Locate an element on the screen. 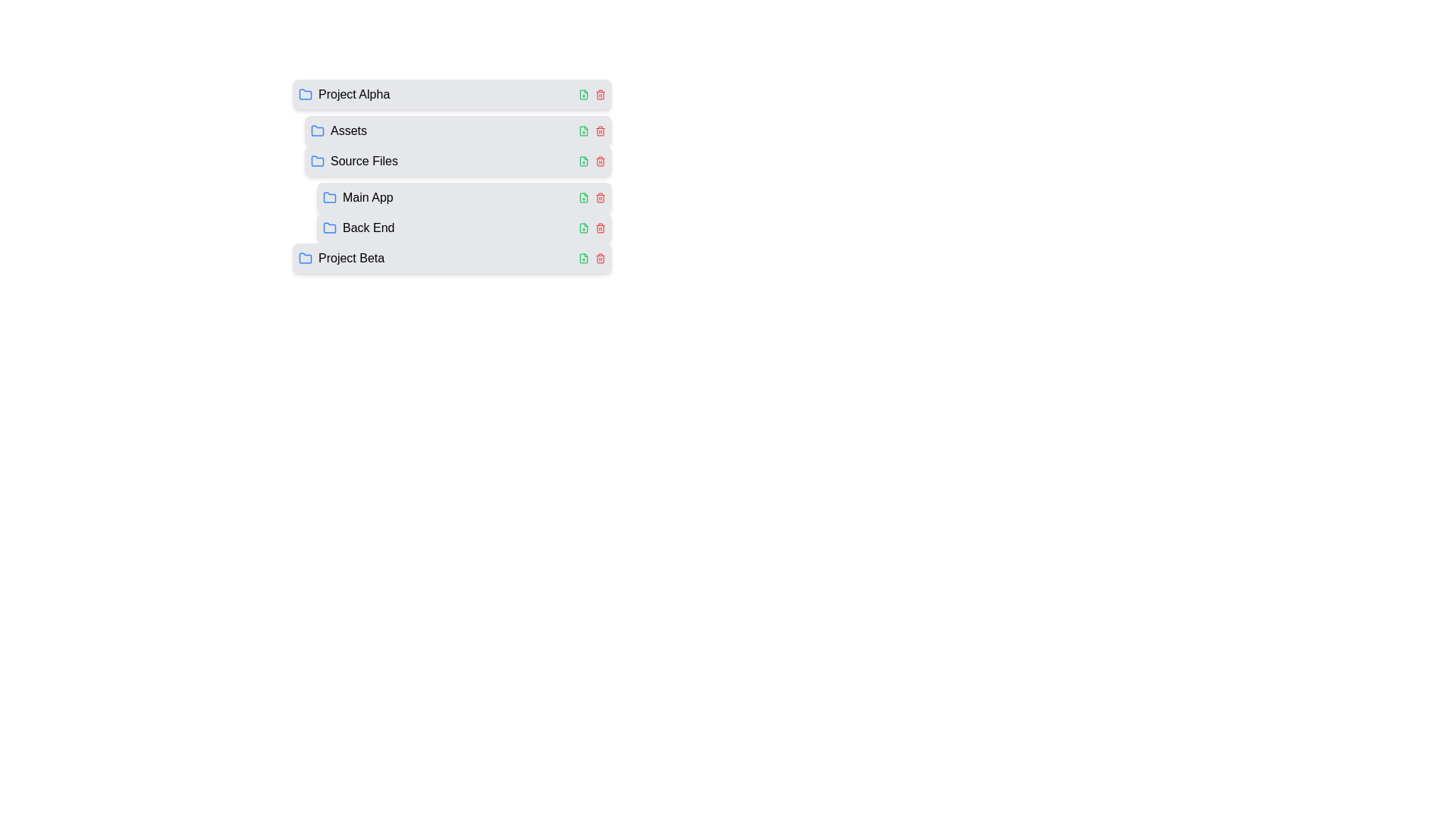 The width and height of the screenshot is (1456, 819). the 'Back End' folder label within the nested directory under 'Main App' is located at coordinates (358, 227).